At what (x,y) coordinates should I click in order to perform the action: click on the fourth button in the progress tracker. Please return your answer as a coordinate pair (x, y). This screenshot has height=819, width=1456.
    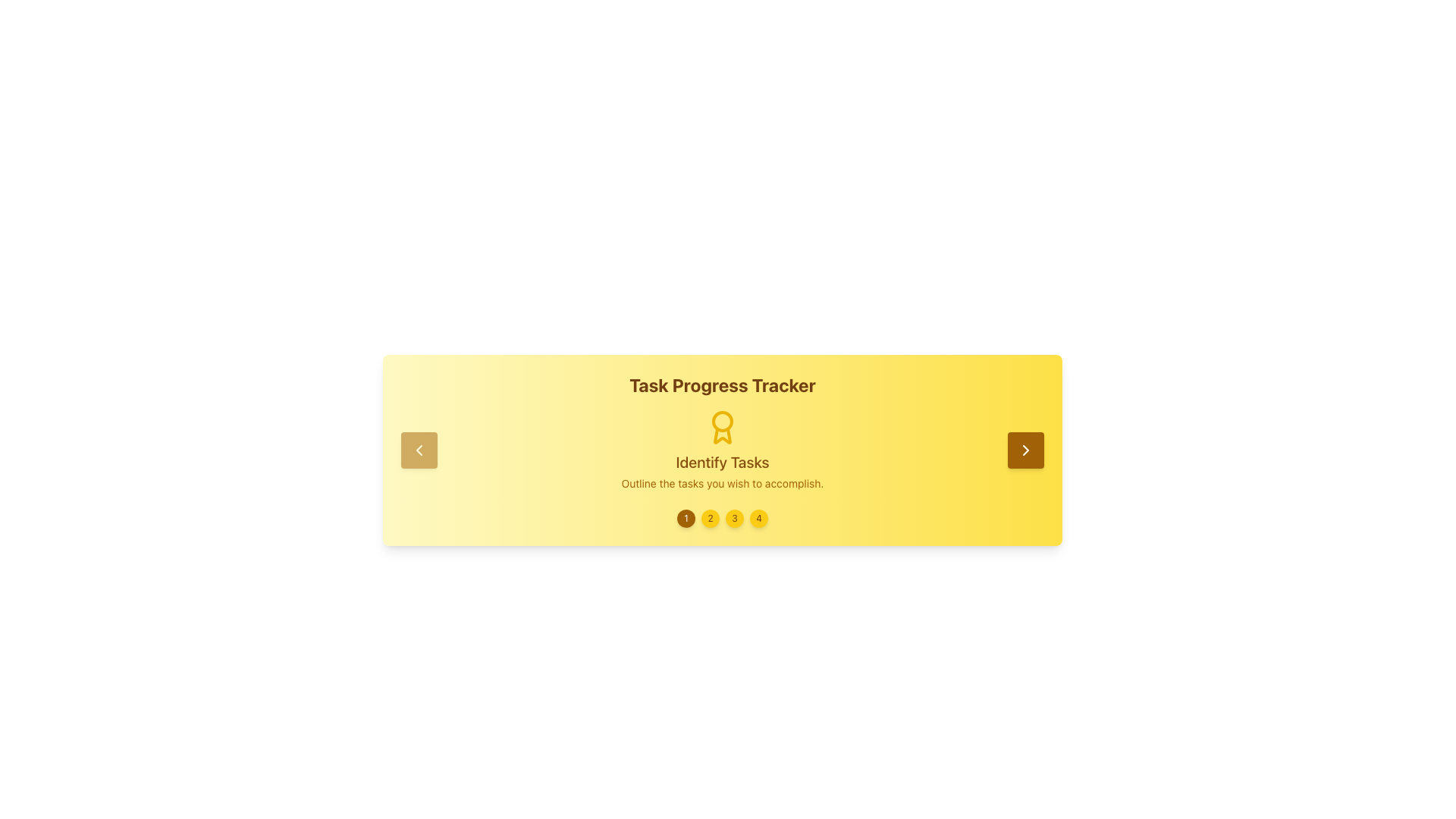
    Looking at the image, I should click on (759, 517).